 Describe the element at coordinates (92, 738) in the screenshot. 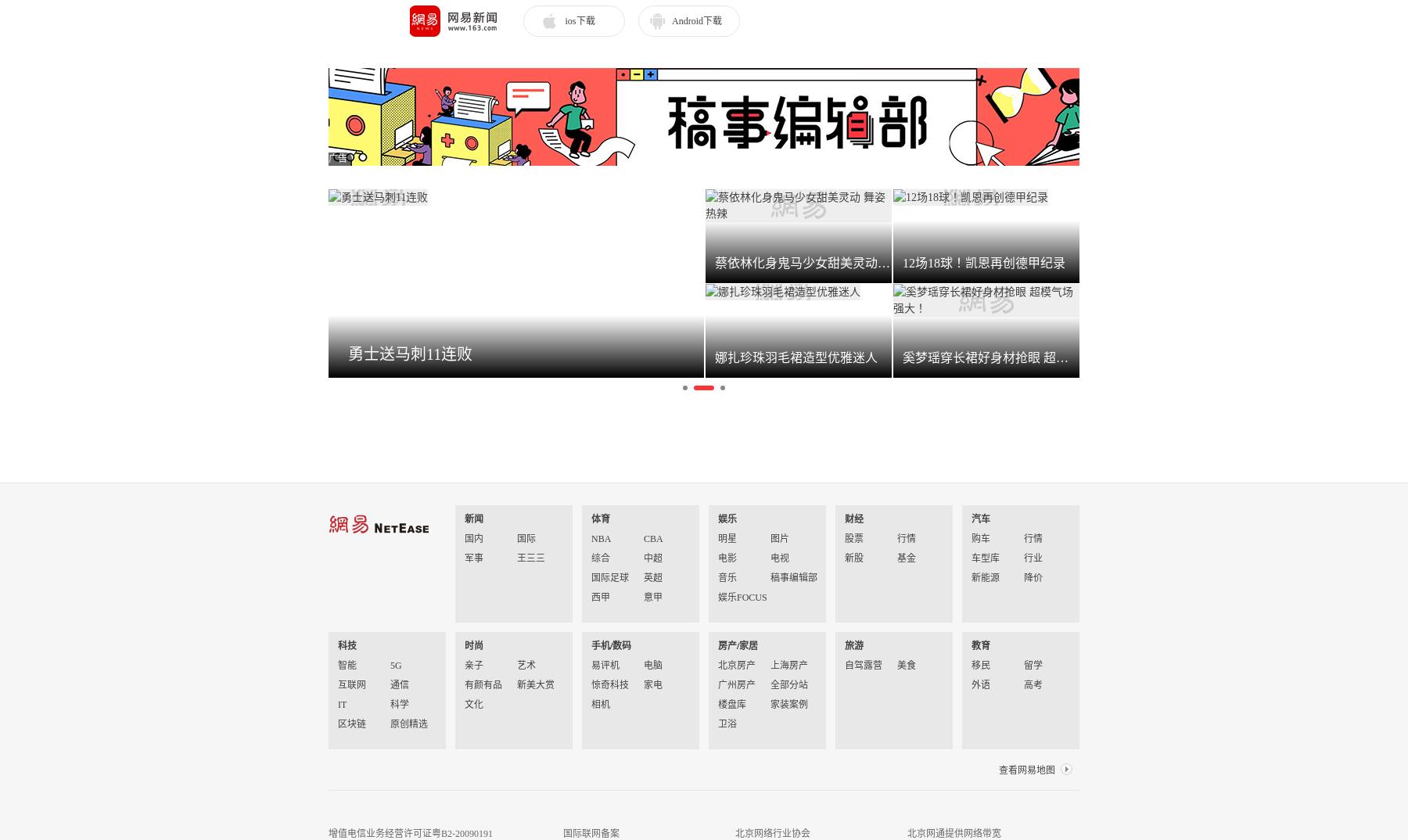

I see `'12场18球！凯恩再创德甲纪录'` at that location.